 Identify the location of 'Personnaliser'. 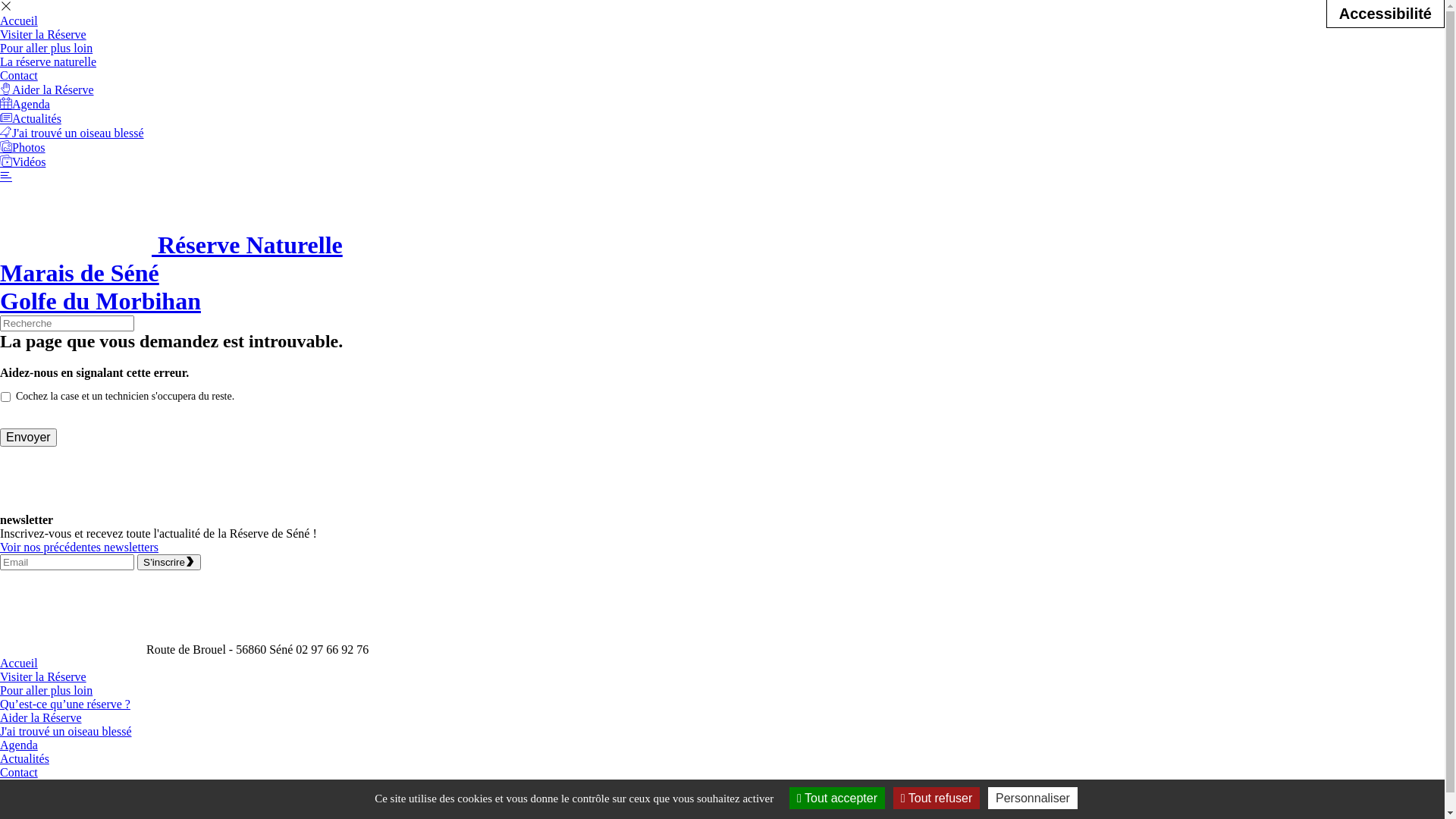
(1032, 797).